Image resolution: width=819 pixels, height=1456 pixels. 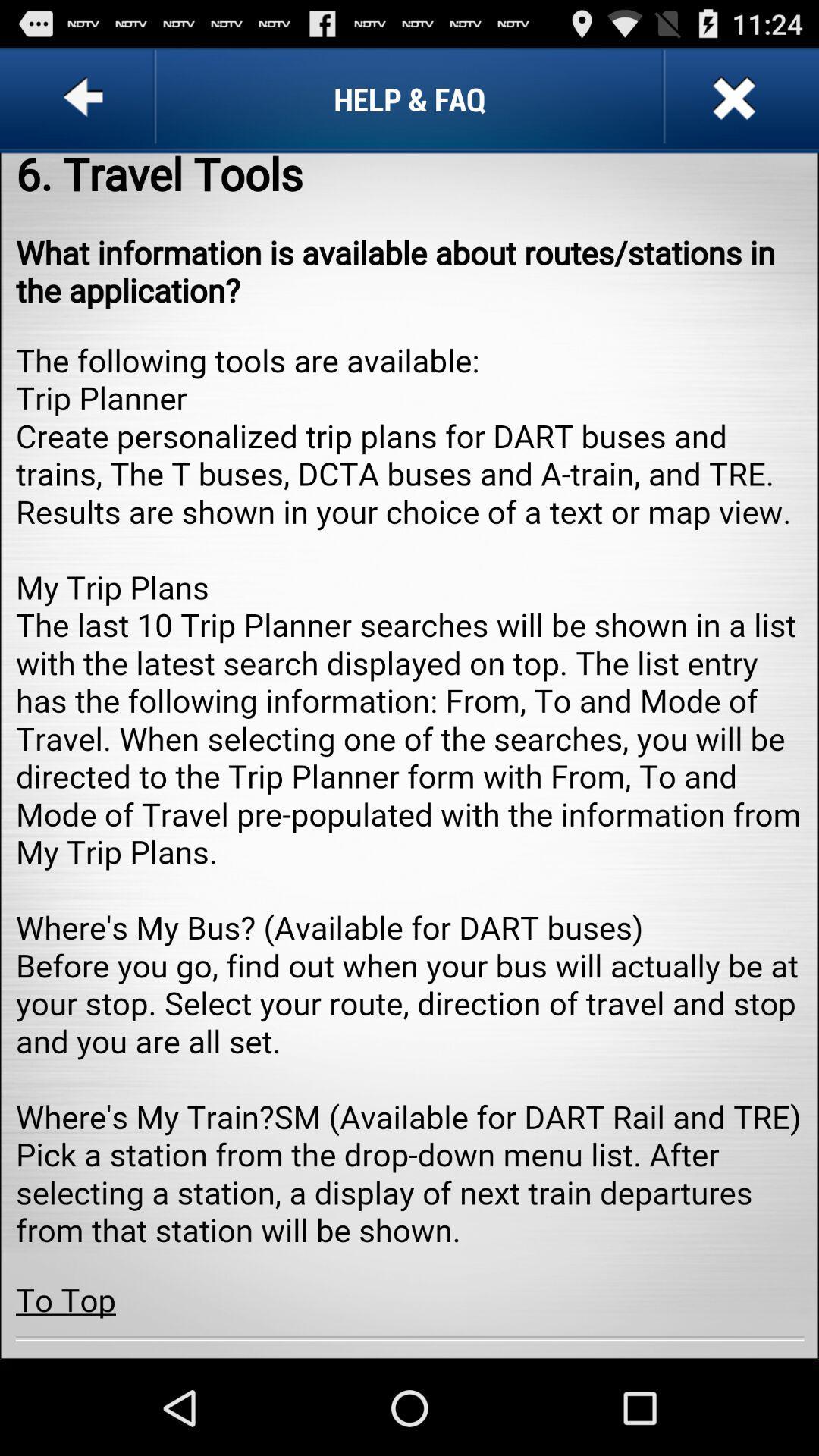 What do you see at coordinates (731, 98) in the screenshot?
I see `window` at bounding box center [731, 98].